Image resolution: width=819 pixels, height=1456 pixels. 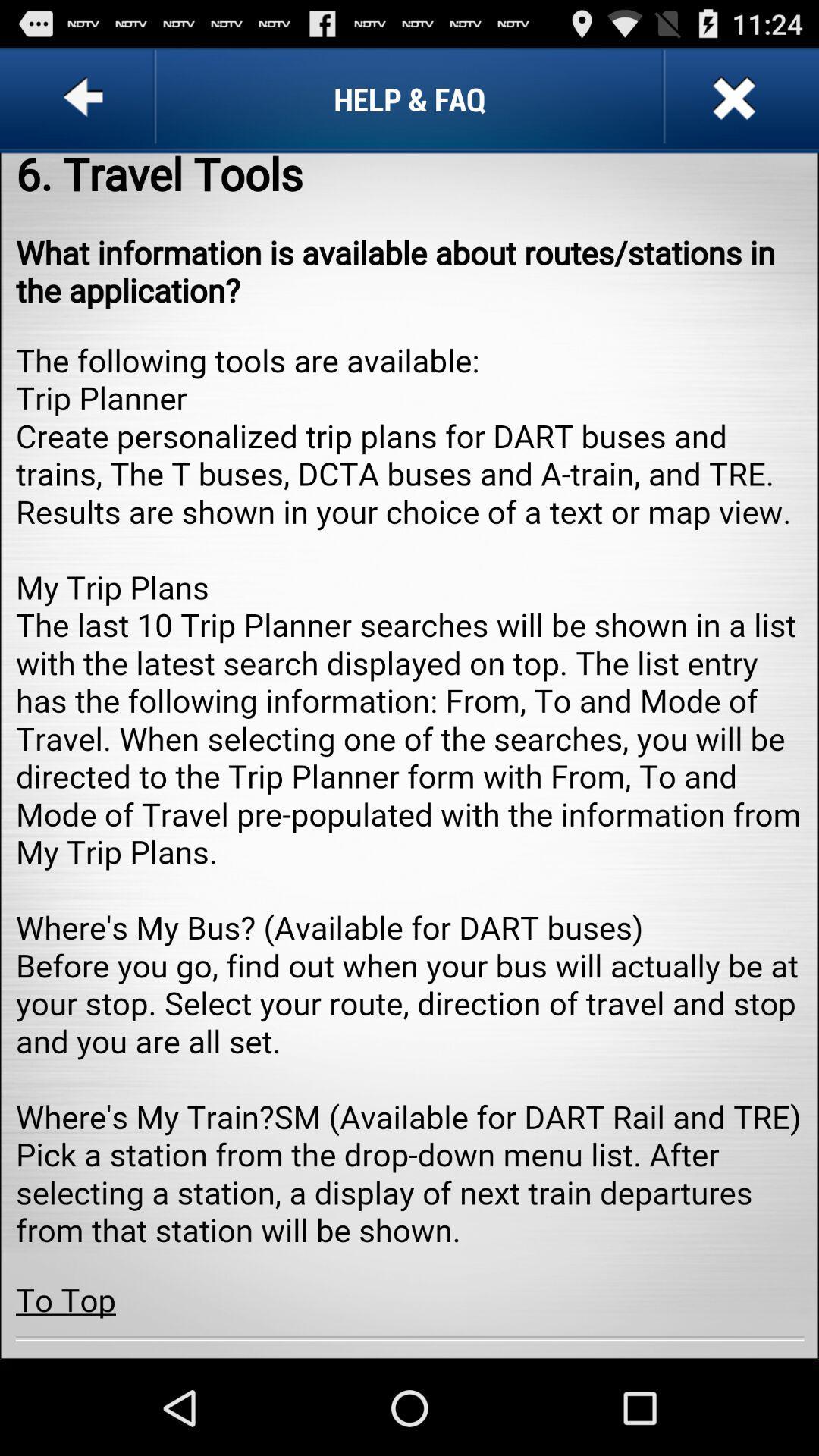 What do you see at coordinates (731, 98) in the screenshot?
I see `window` at bounding box center [731, 98].